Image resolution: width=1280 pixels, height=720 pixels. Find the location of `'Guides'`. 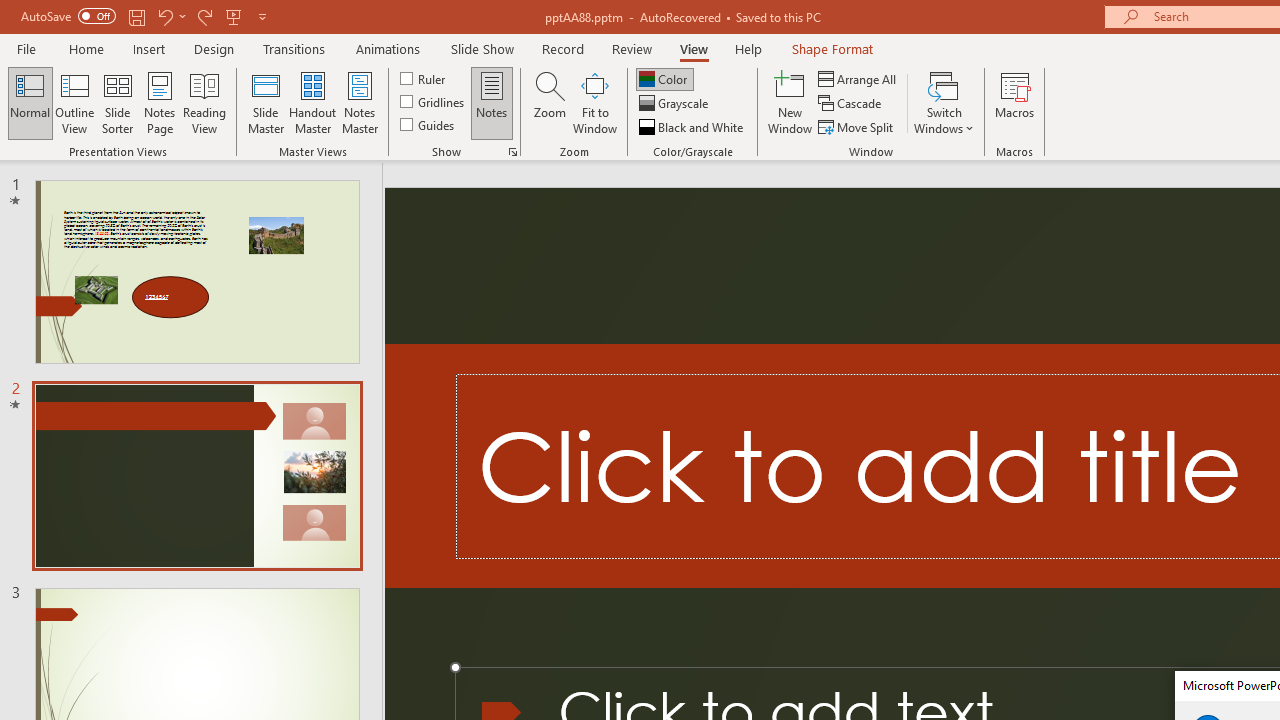

'Guides' is located at coordinates (427, 124).